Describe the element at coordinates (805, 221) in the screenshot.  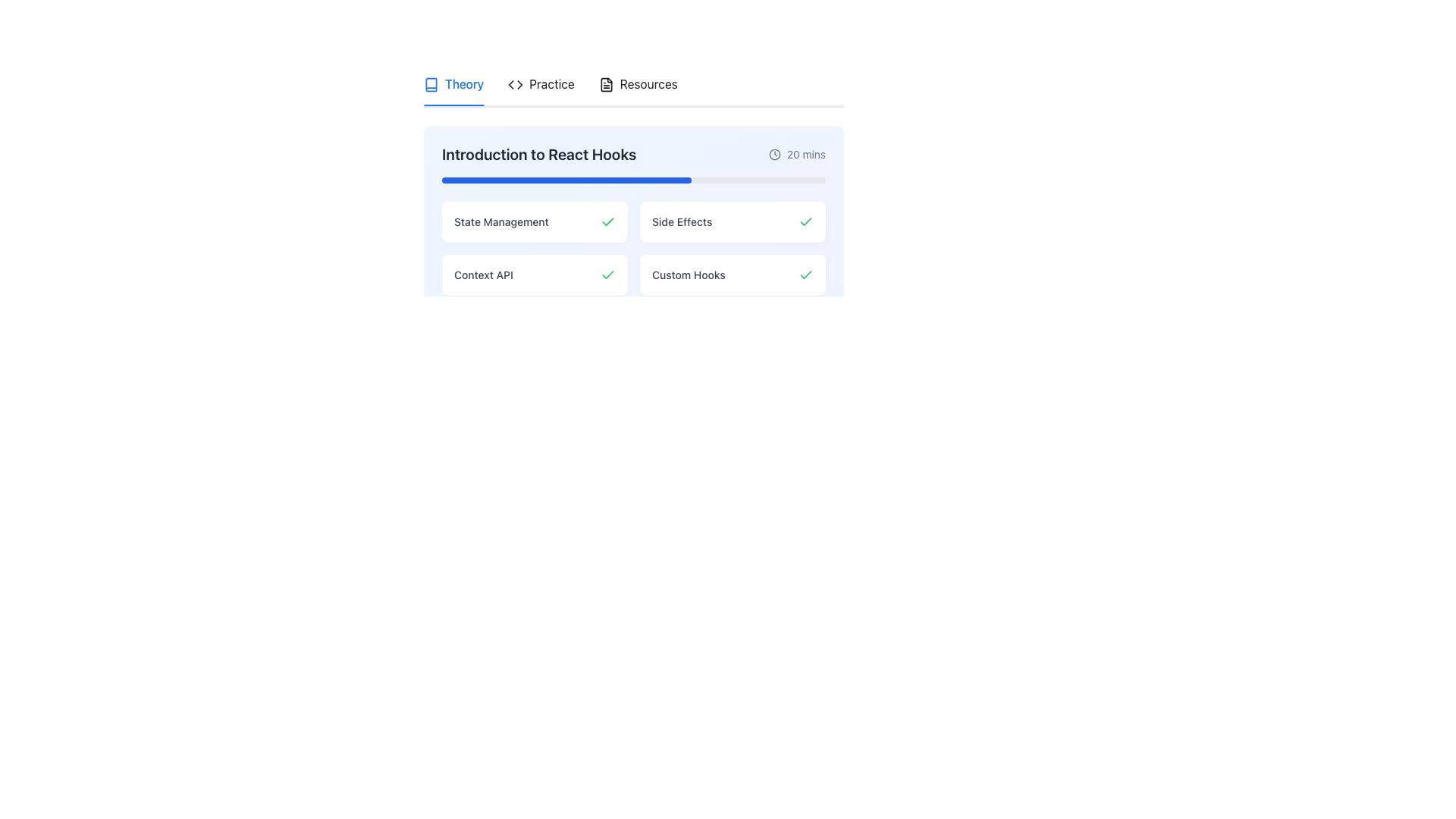
I see `the checkmark icon indicating completion or success located near the 'Side Effects' label in the second column of the topics matrix` at that location.